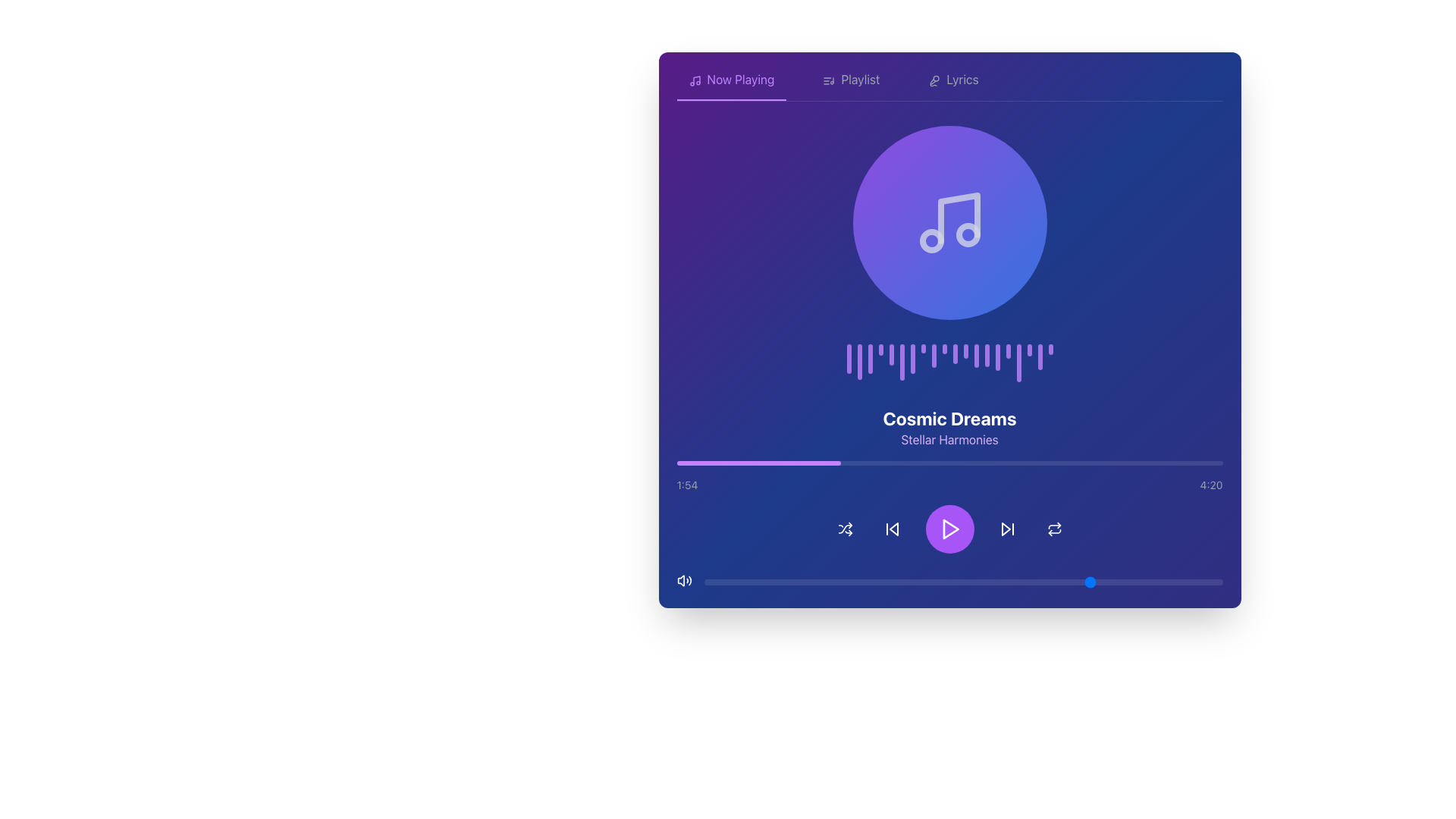  What do you see at coordinates (891, 354) in the screenshot?
I see `the fifth vertical bar in the group of waveform visual indicators, located just below the circular music icon` at bounding box center [891, 354].